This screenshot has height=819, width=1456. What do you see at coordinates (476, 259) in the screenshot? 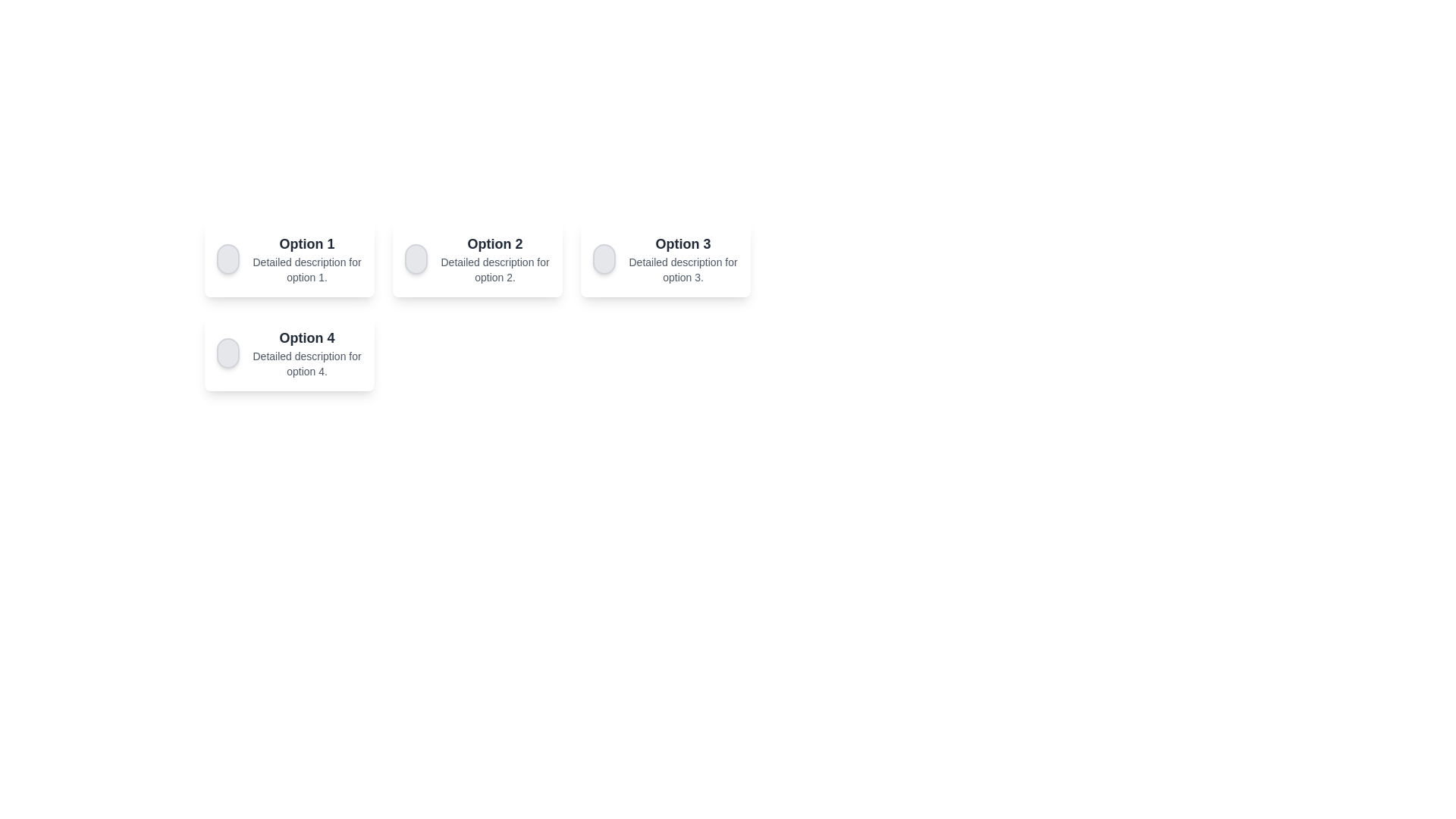
I see `the composite UI element that includes a circular button with a light gray background and a textual description titled 'Option 2' along with its detailed description, located in the top row of selectable cards` at bounding box center [476, 259].